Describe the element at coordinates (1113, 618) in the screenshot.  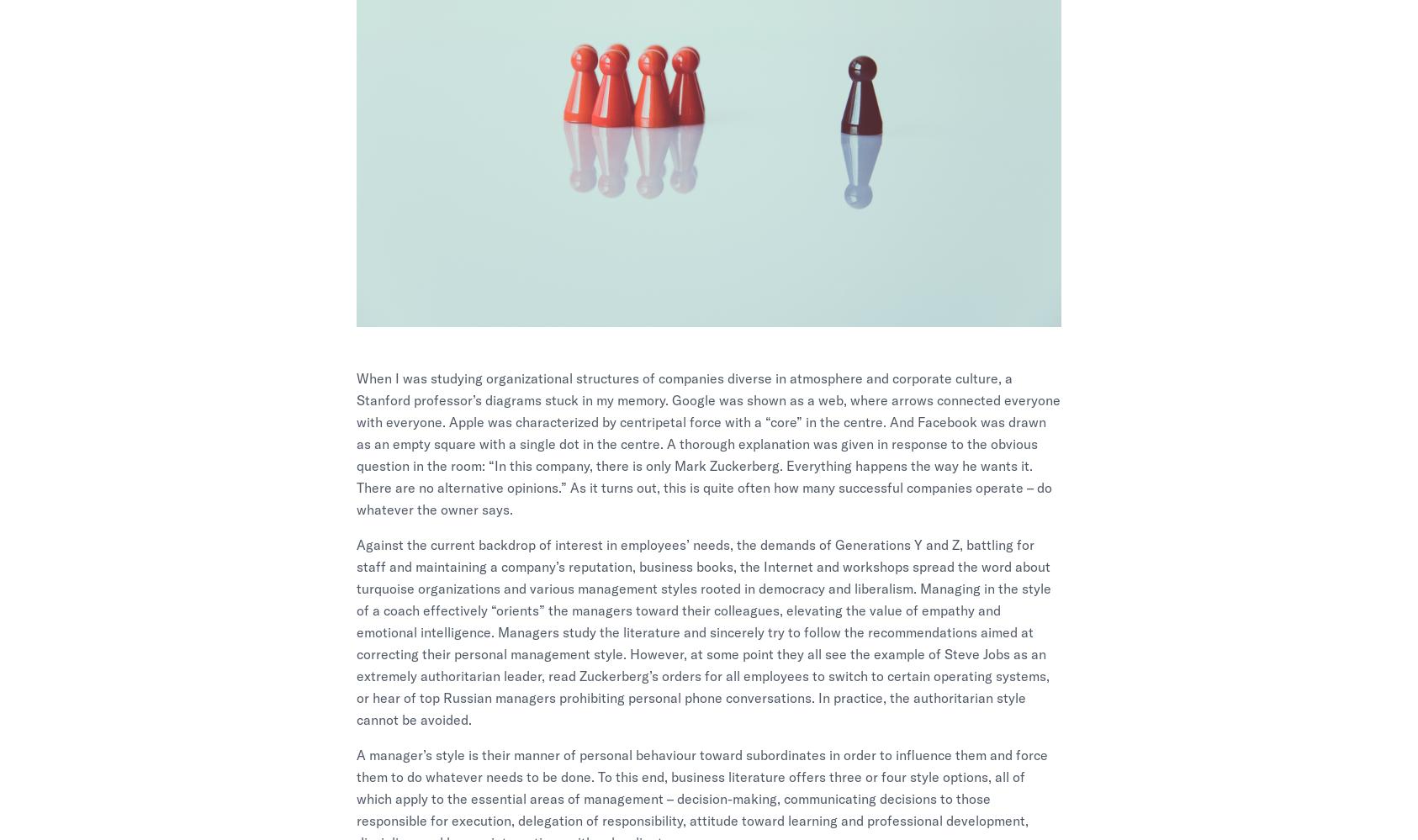
I see `'Security'` at that location.